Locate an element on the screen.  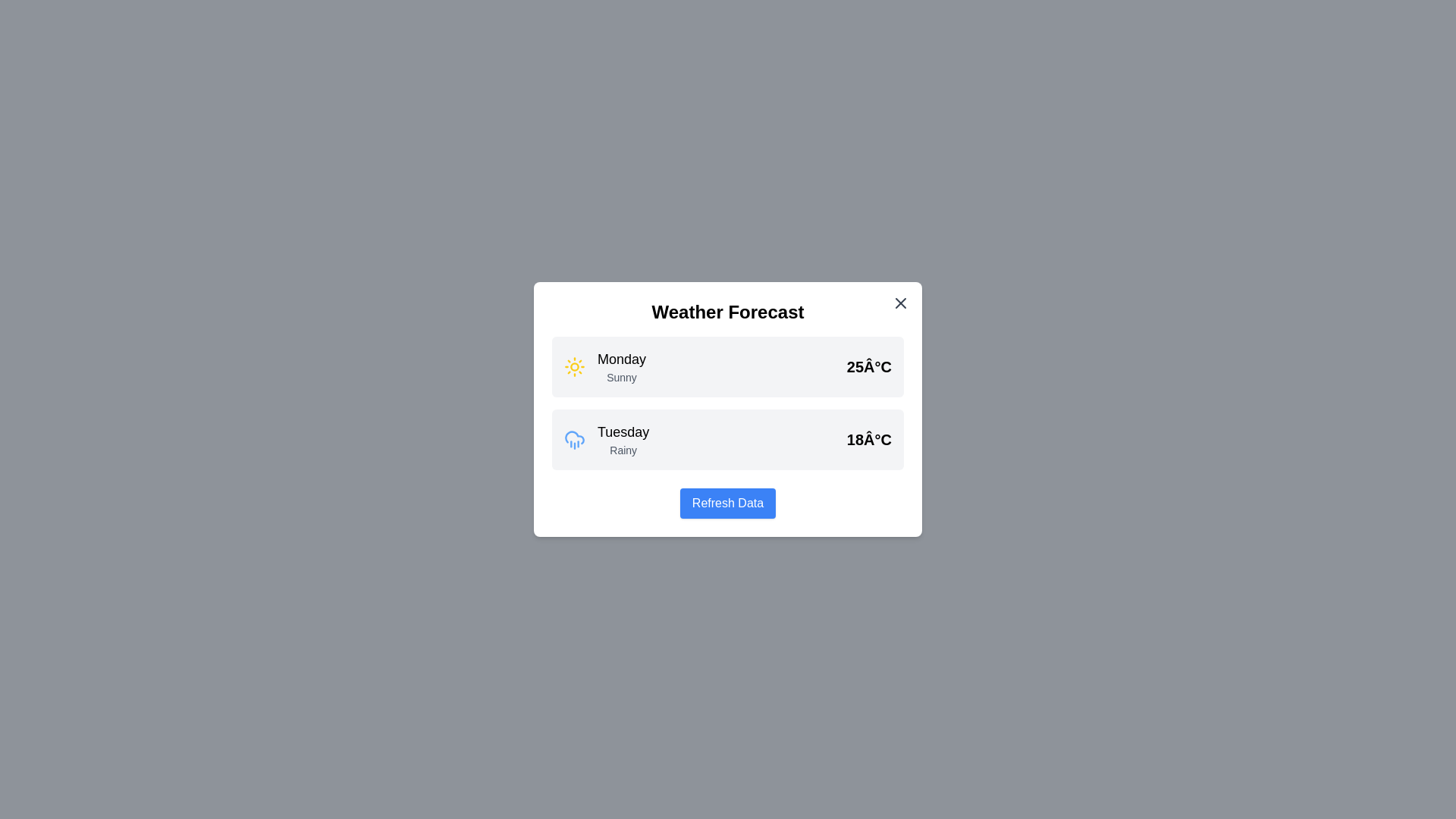
temperature value displayed in the text label for 'Monday' at the far right of the first weather forecast row, which indicates the weather condition 'Sunny' is located at coordinates (869, 366).